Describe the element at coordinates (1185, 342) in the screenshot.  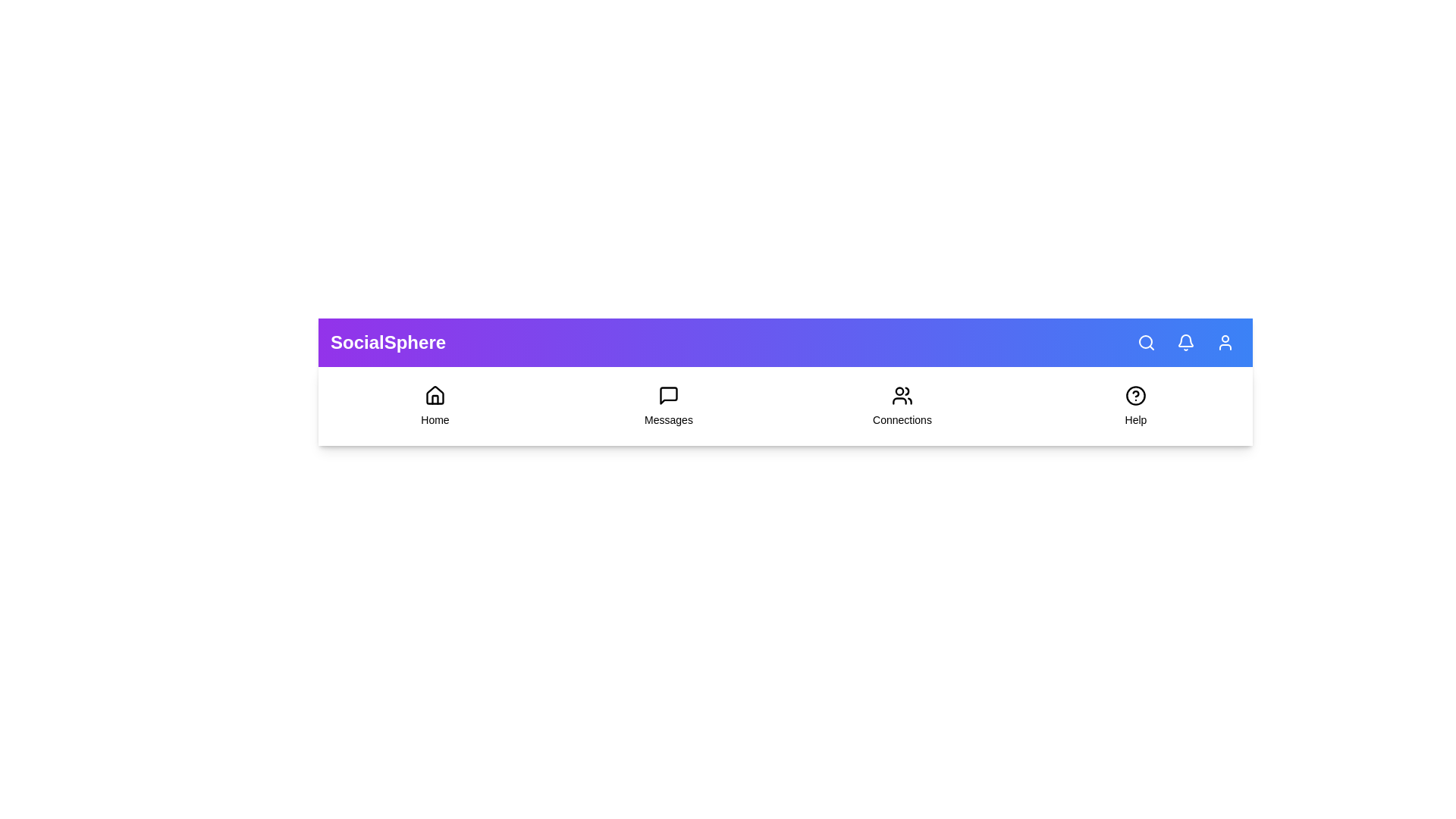
I see `the notifications button in the SocialAppBar` at that location.